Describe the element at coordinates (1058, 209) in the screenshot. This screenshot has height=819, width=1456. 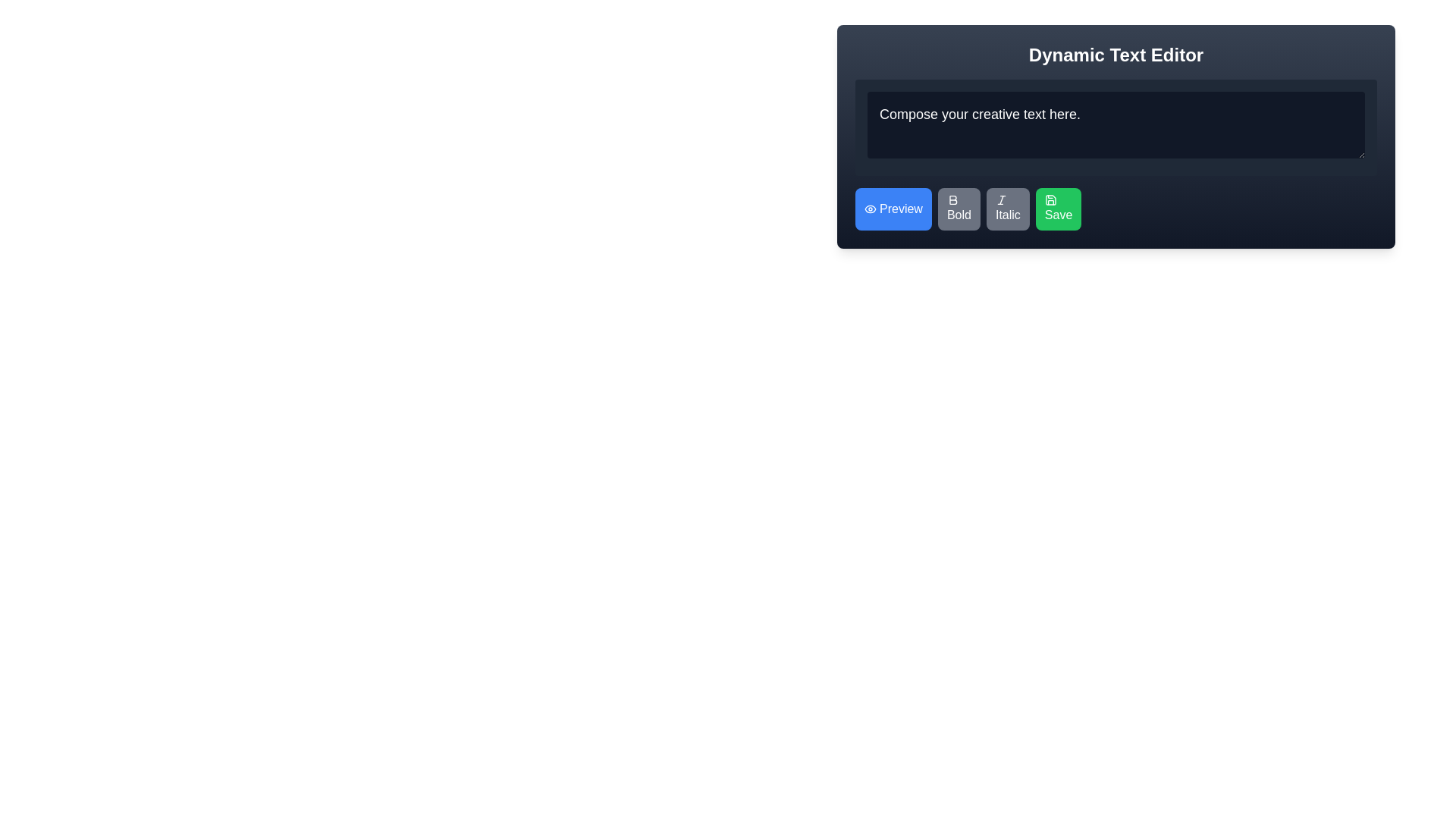
I see `the 'Save' button with a green background and white text in the toolbar below the 'Dynamic Text Editor'` at that location.